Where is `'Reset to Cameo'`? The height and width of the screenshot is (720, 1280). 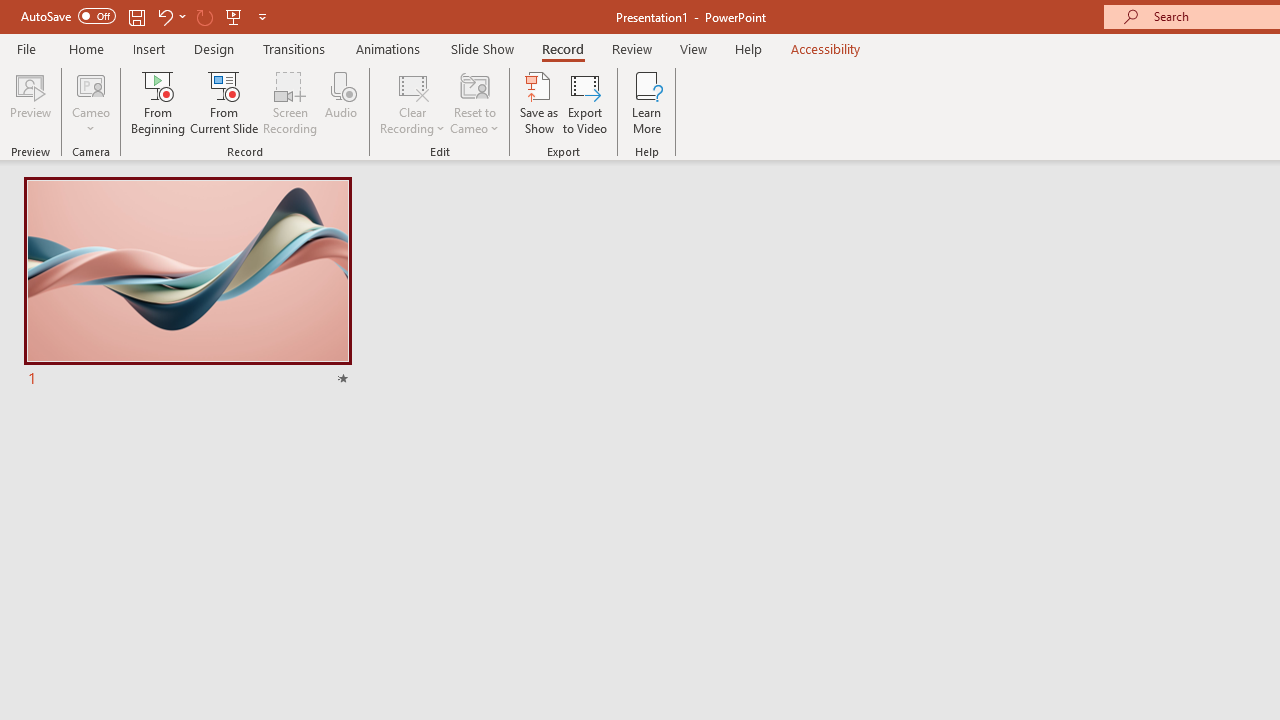
'Reset to Cameo' is located at coordinates (473, 103).